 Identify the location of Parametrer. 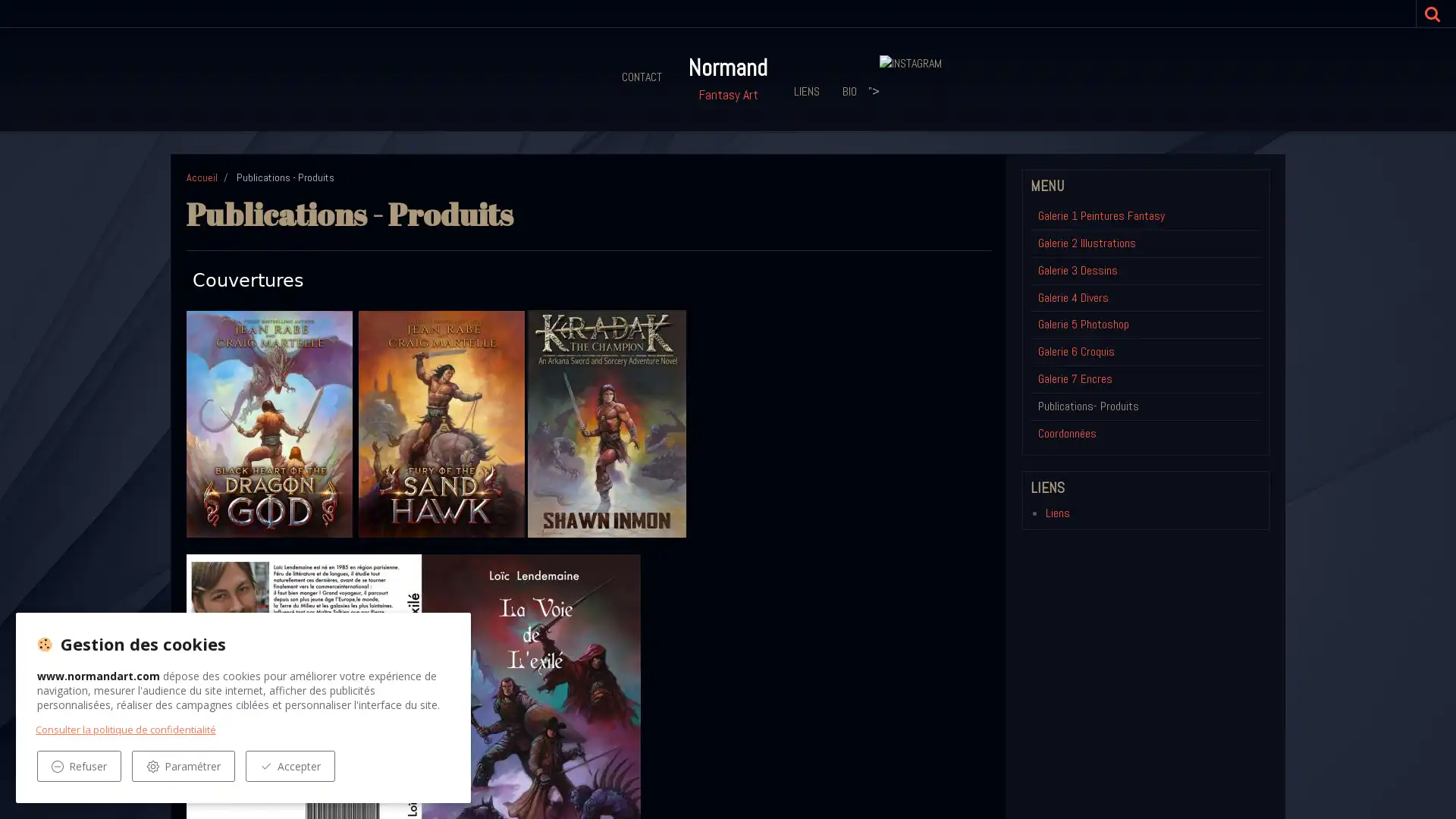
(182, 766).